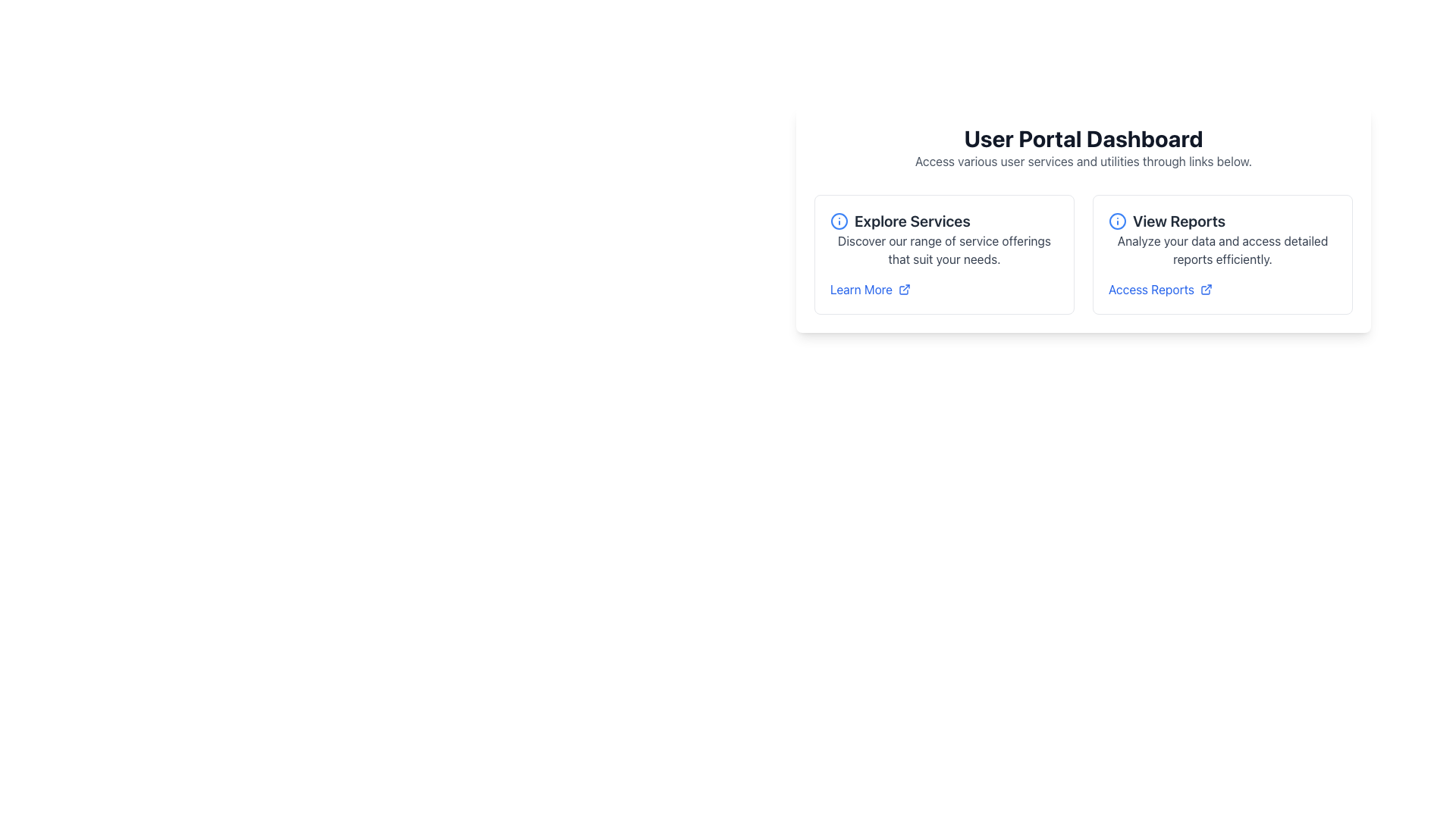  I want to click on the text element 'User Portal Dashboard', which is styled with bold, large font in dark gray color and centrally placed at the top of the section, so click(1083, 138).